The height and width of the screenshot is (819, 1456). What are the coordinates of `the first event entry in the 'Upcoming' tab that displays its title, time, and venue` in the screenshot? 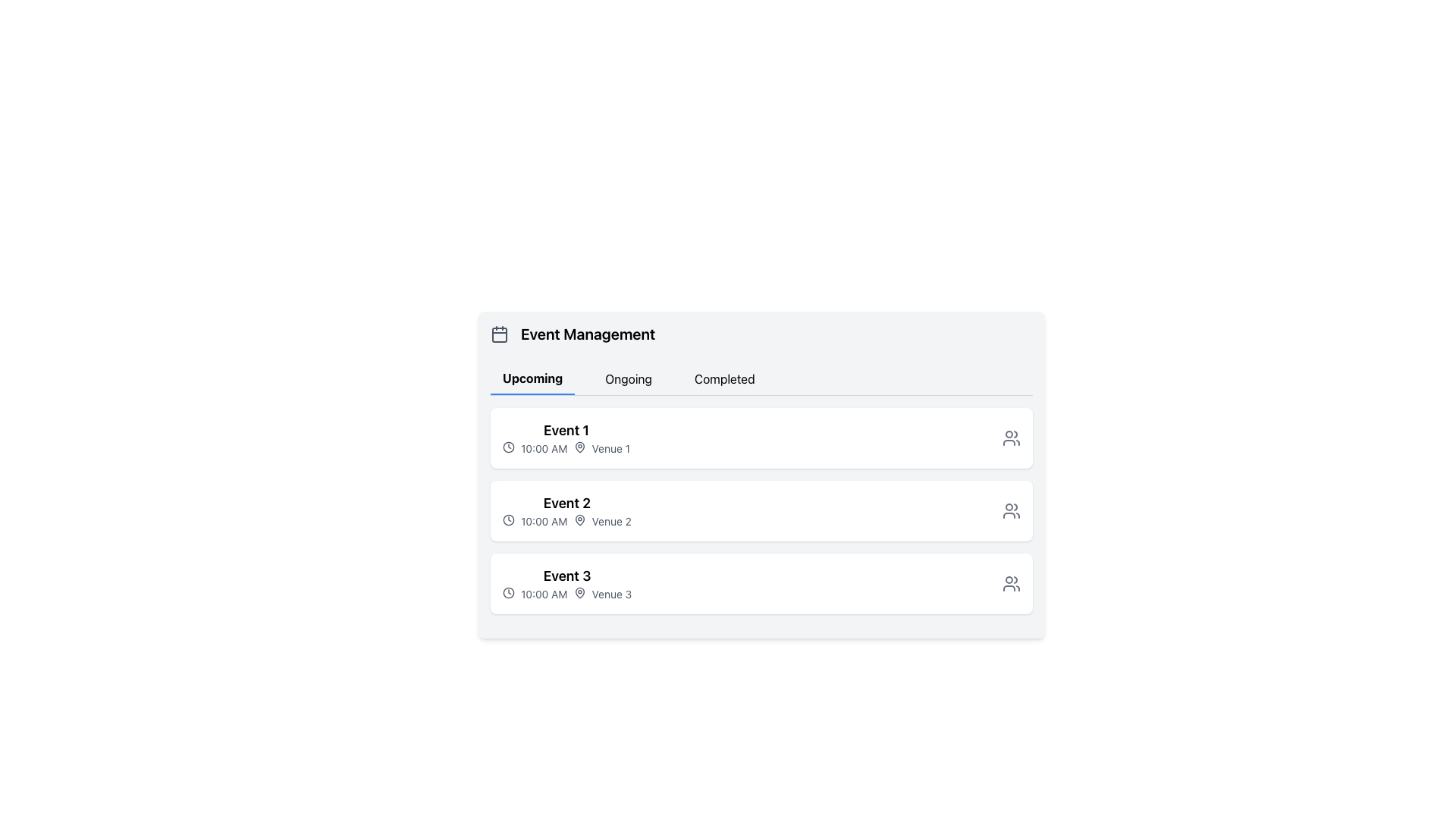 It's located at (566, 438).